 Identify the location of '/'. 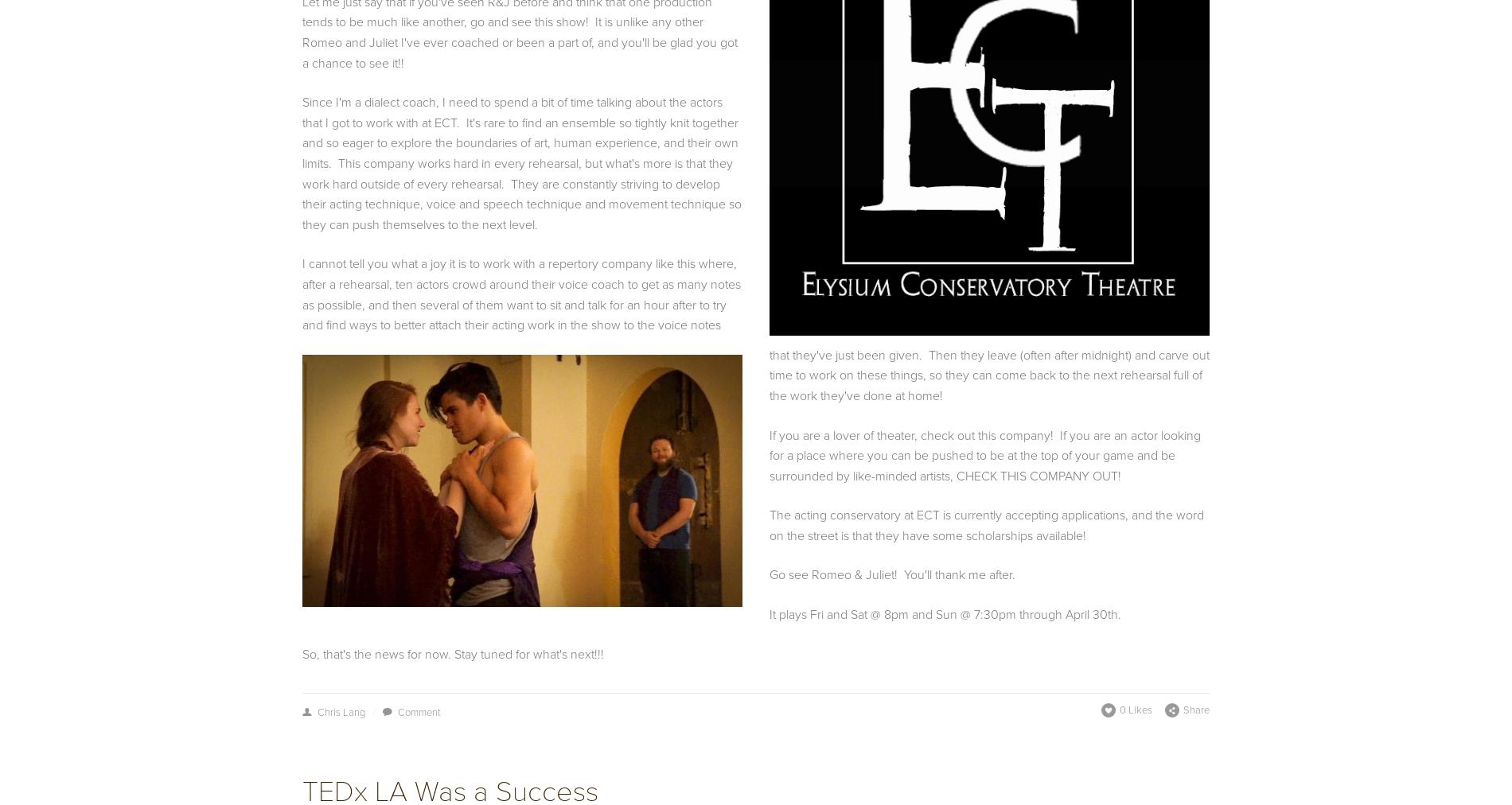
(372, 712).